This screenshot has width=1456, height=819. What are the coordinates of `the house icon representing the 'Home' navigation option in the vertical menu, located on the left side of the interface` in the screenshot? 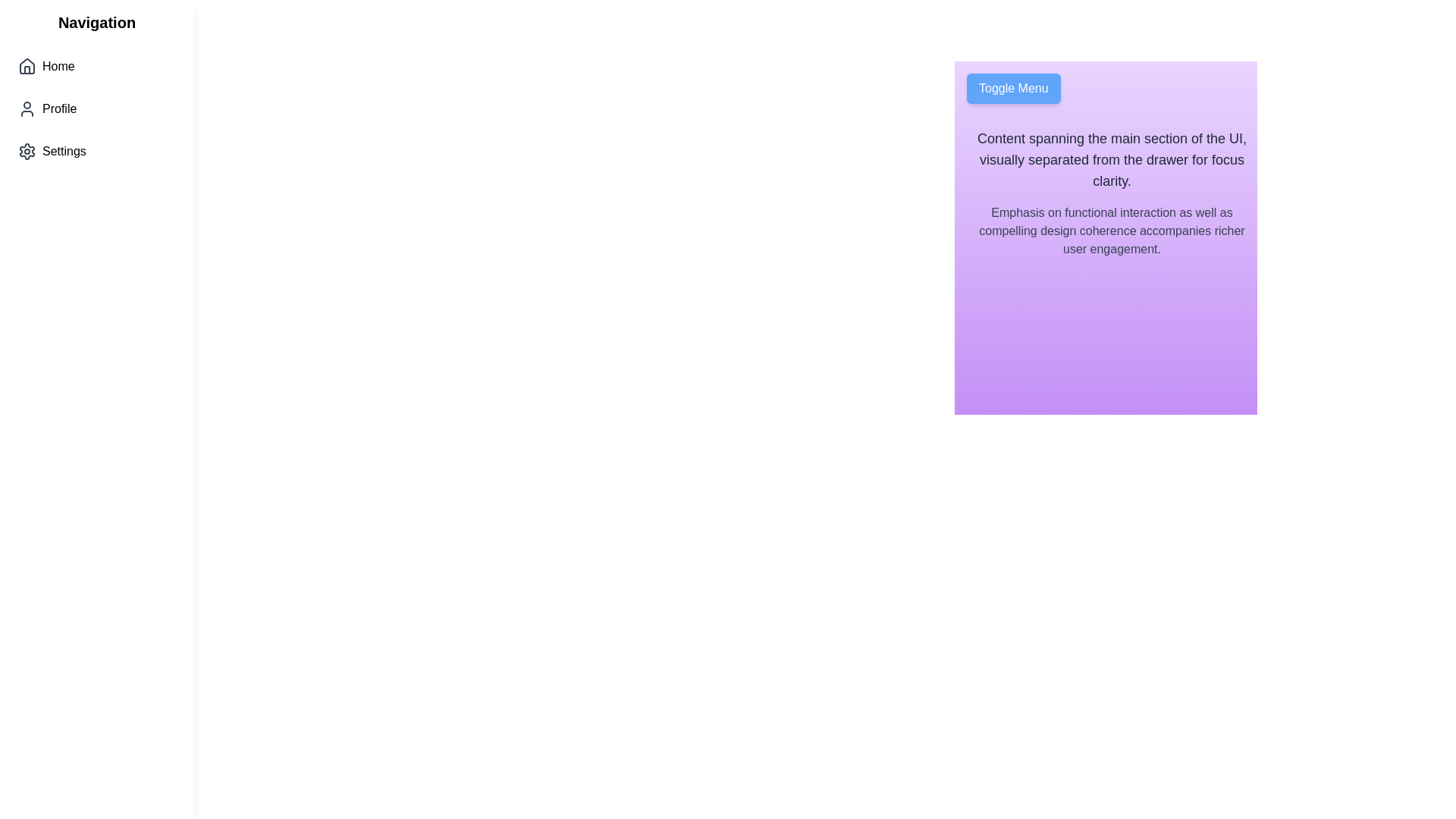 It's located at (27, 65).